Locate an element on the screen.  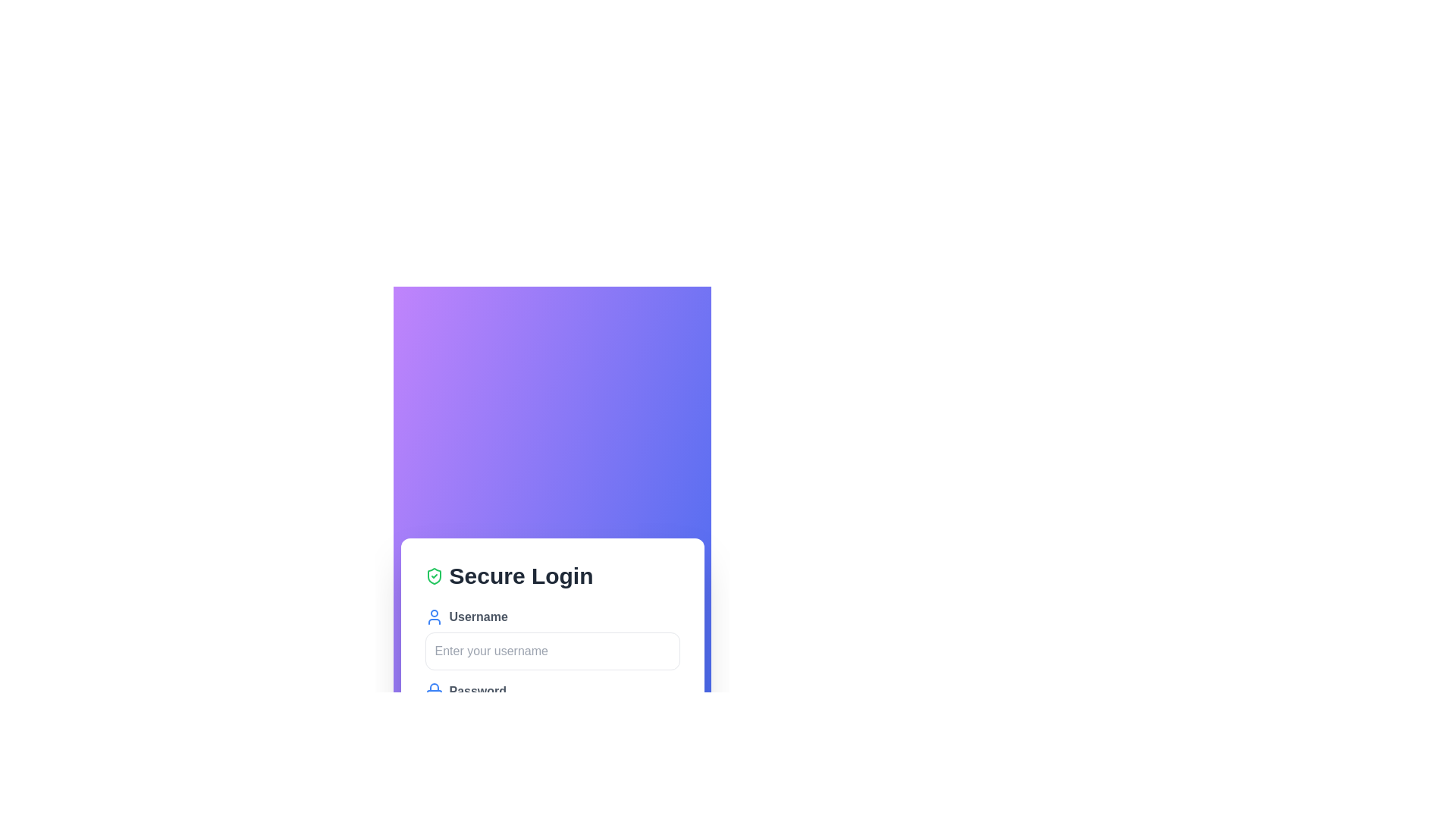
the user profile icon located to the far left of the 'Username' field, which enhances UI recognition is located at coordinates (433, 617).